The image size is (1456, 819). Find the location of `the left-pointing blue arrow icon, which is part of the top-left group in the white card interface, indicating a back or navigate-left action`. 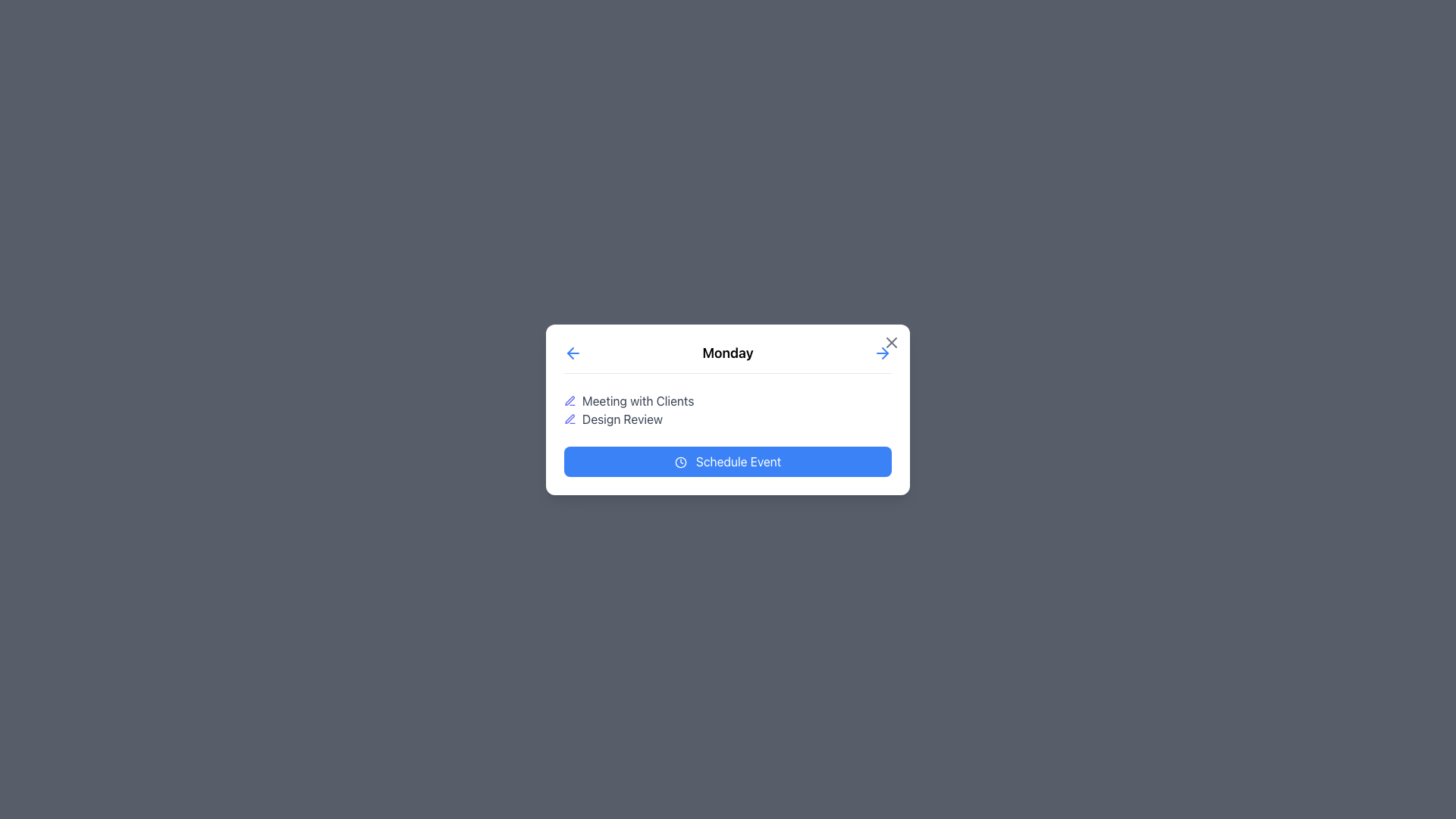

the left-pointing blue arrow icon, which is part of the top-left group in the white card interface, indicating a back or navigate-left action is located at coordinates (570, 353).